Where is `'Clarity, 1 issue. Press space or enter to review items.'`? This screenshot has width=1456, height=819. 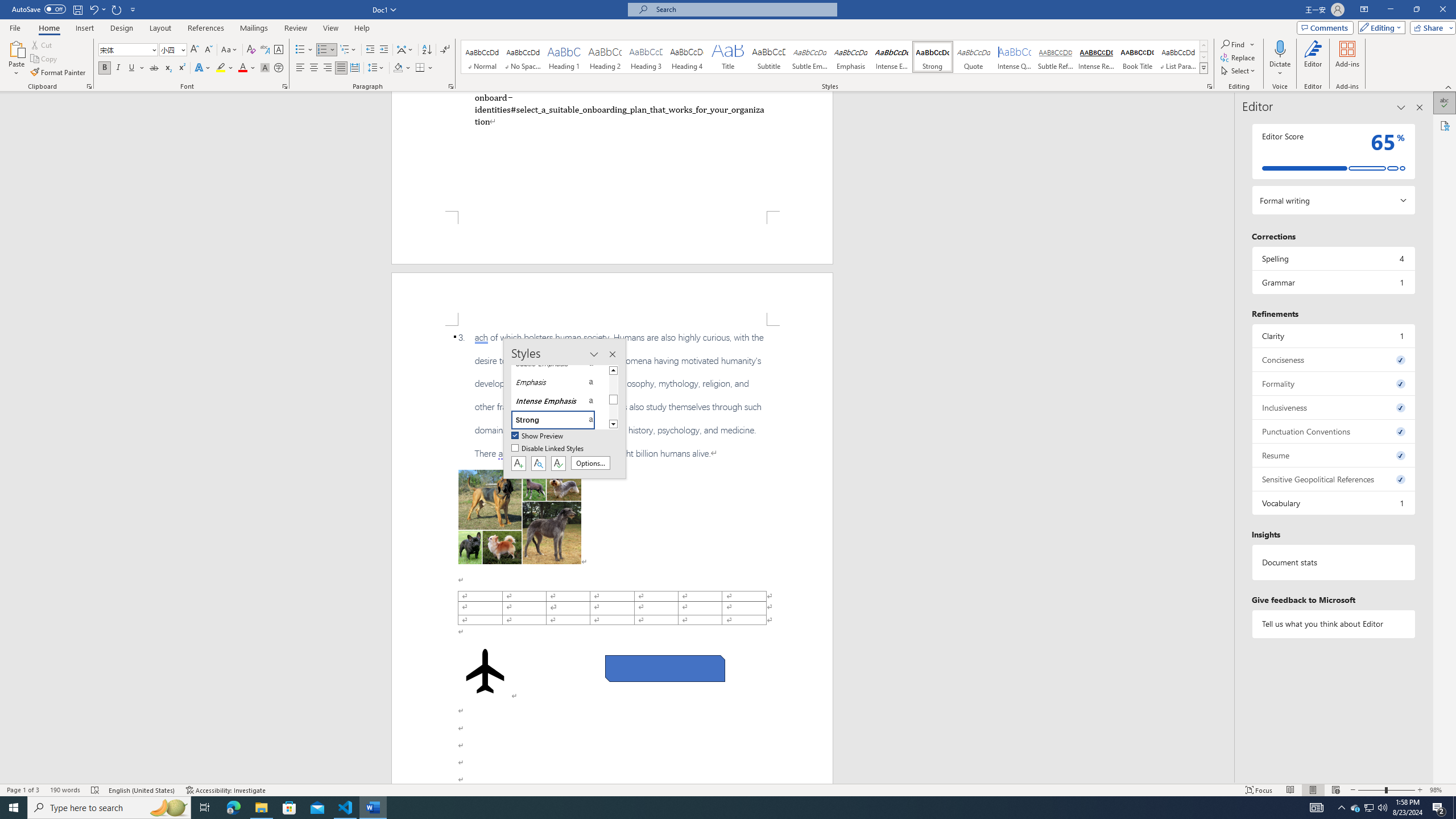 'Clarity, 1 issue. Press space or enter to review items.' is located at coordinates (1333, 335).